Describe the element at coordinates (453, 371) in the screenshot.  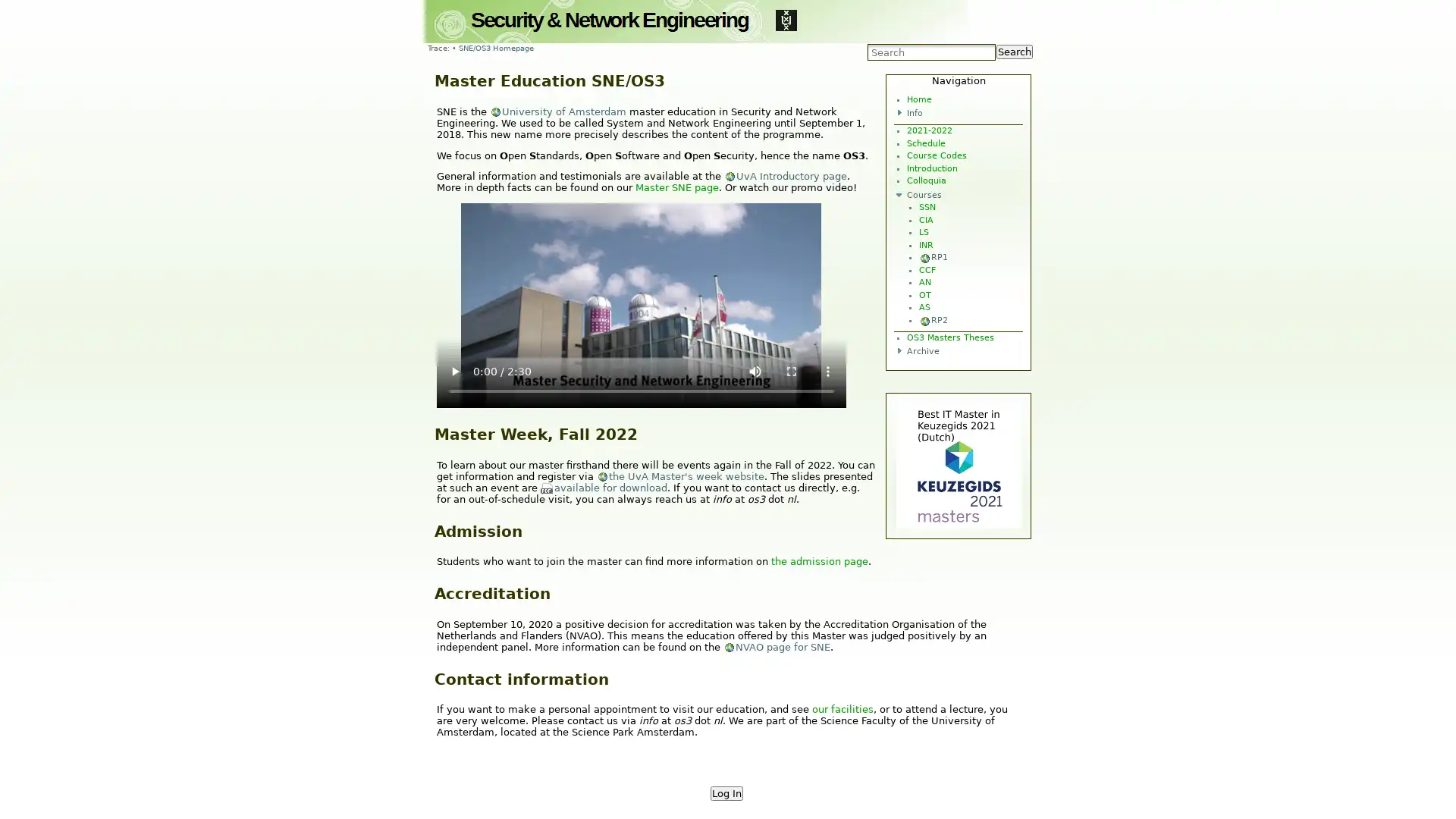
I see `play` at that location.